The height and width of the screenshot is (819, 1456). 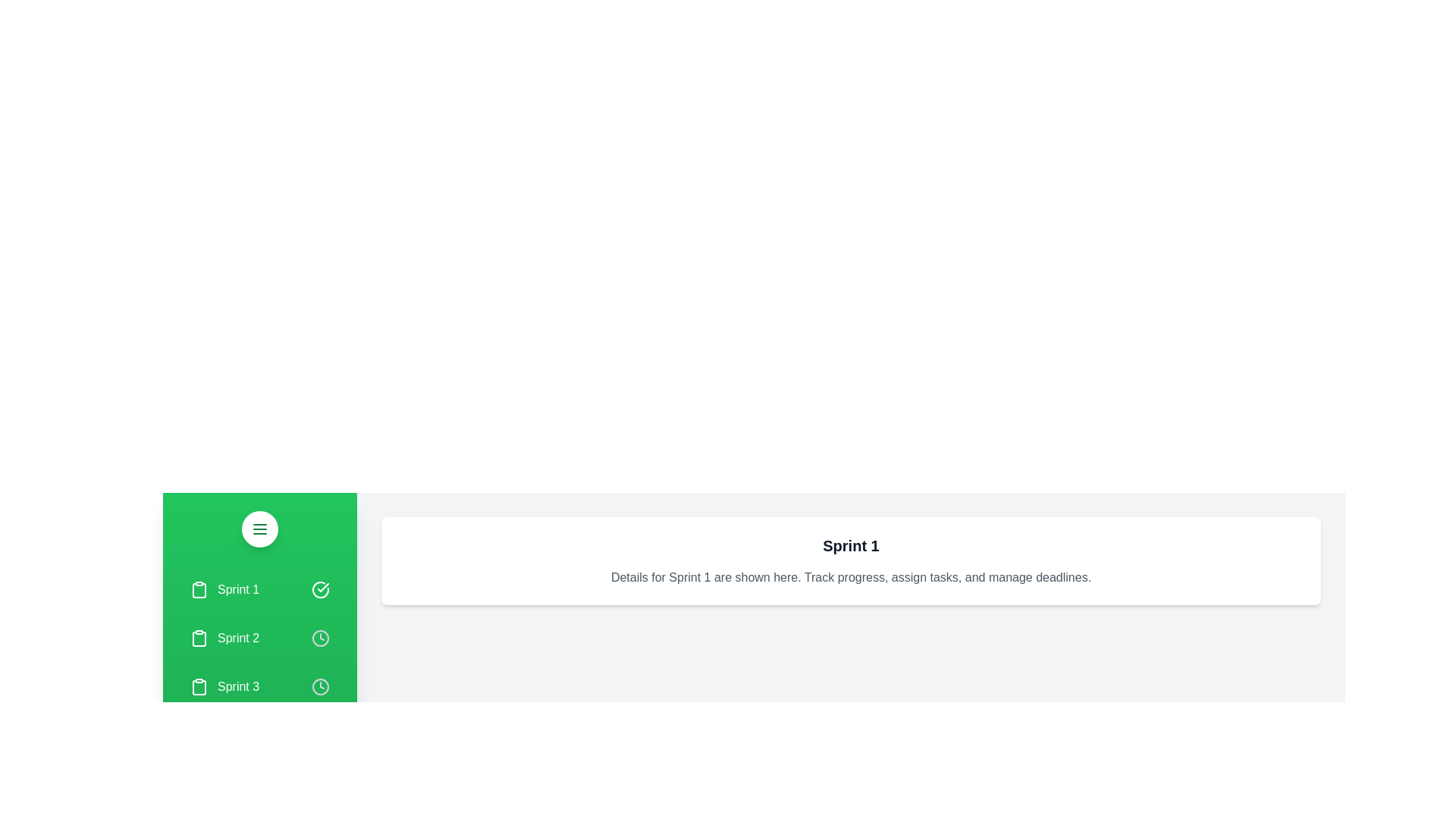 What do you see at coordinates (259, 589) in the screenshot?
I see `the sprint named Sprint 1 from the list` at bounding box center [259, 589].